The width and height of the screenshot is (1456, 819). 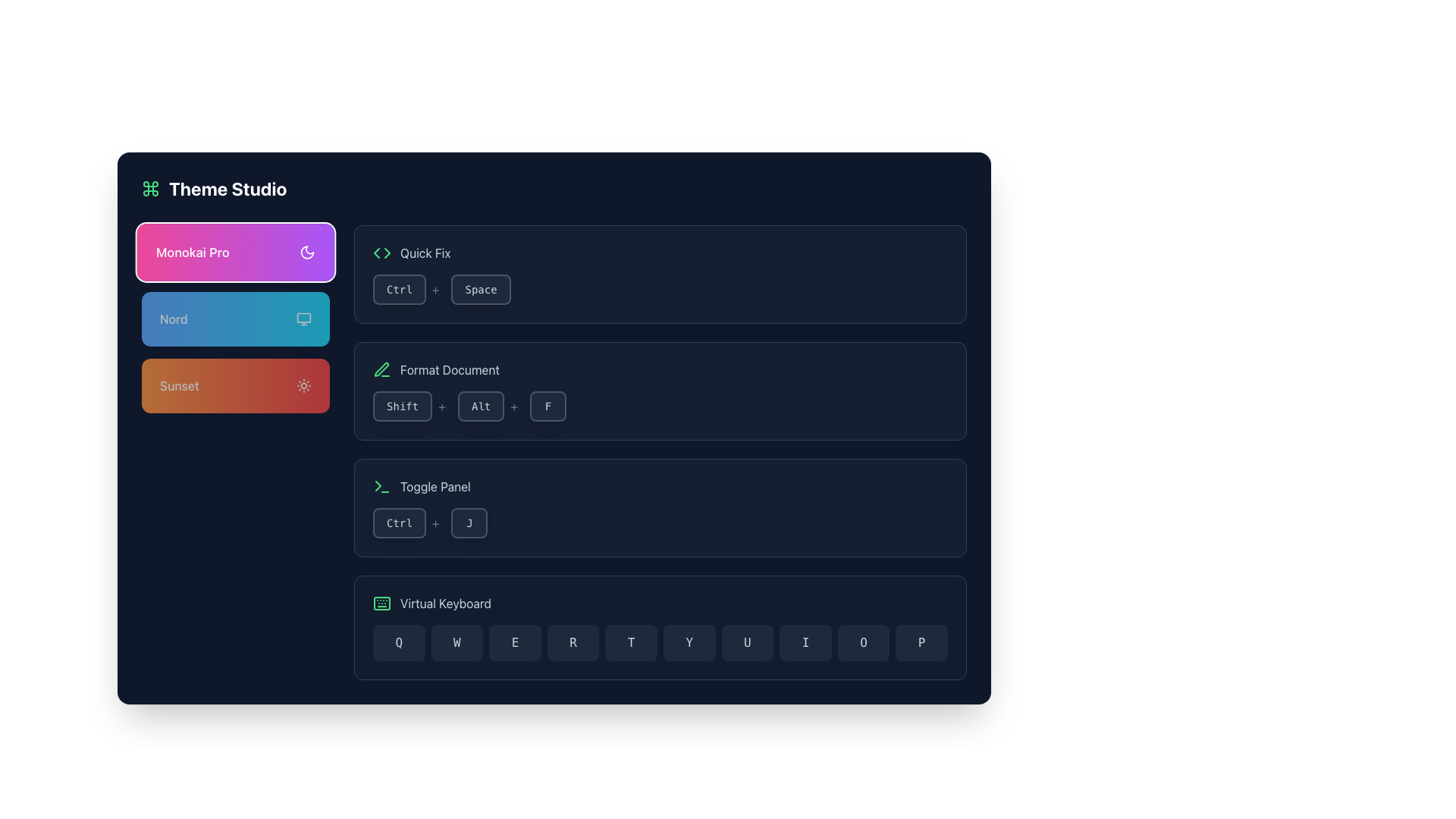 What do you see at coordinates (235, 318) in the screenshot?
I see `the blue gradient button labeled 'Nord' located in the left panel underneath the 'Monokai Pro' button and above the 'Sunset' button` at bounding box center [235, 318].